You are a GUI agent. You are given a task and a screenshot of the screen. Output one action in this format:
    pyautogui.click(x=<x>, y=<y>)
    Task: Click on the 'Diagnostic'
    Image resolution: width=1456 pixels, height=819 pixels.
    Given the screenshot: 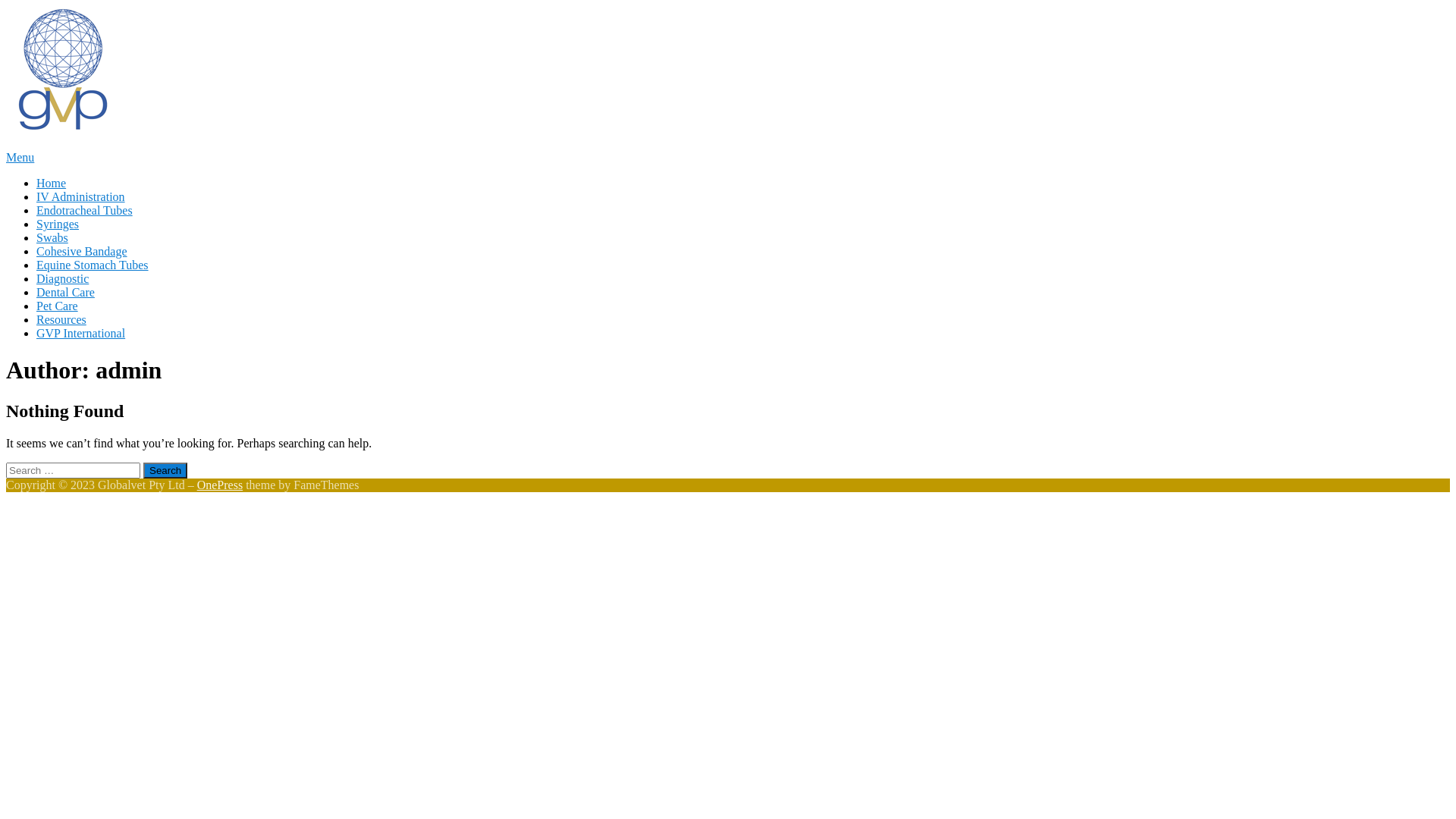 What is the action you would take?
    pyautogui.click(x=61, y=278)
    